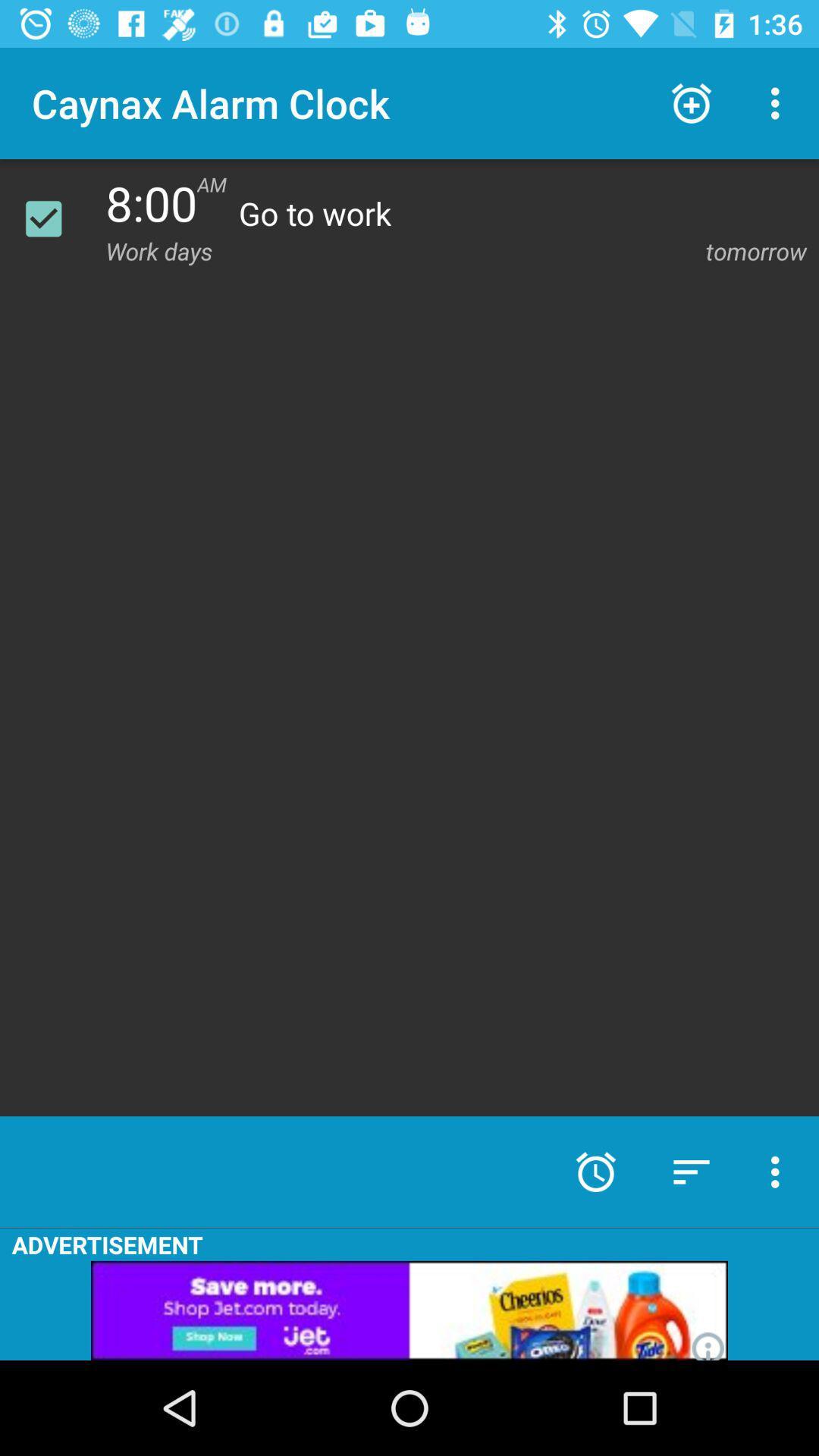 This screenshot has height=1456, width=819. What do you see at coordinates (409, 1310) in the screenshot?
I see `open advertisement` at bounding box center [409, 1310].